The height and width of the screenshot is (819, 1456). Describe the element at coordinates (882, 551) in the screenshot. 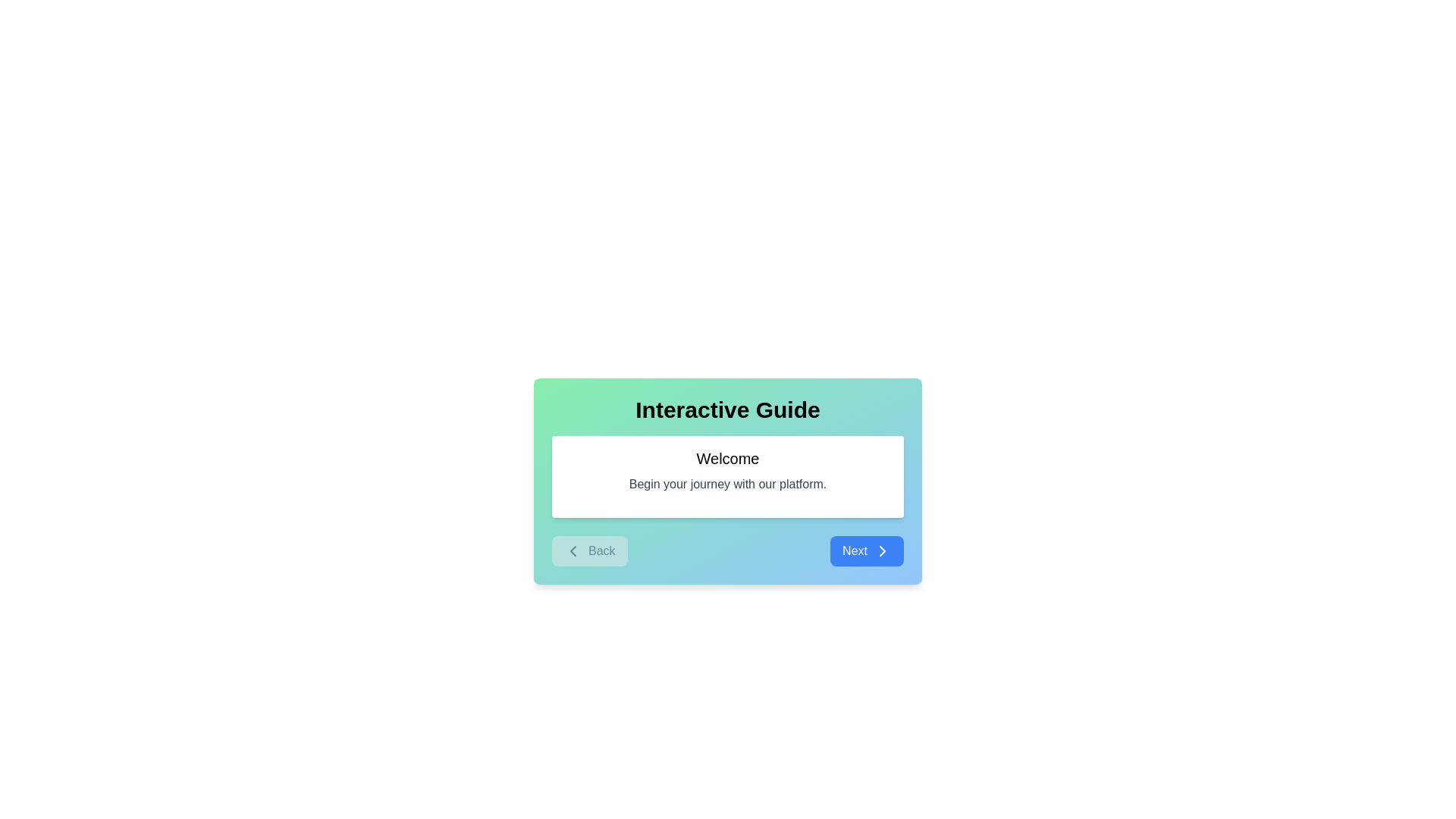

I see `the rightward-pointing chevron icon within the 'Next' button located in the bottom-right corner of the interactive guide interface` at that location.